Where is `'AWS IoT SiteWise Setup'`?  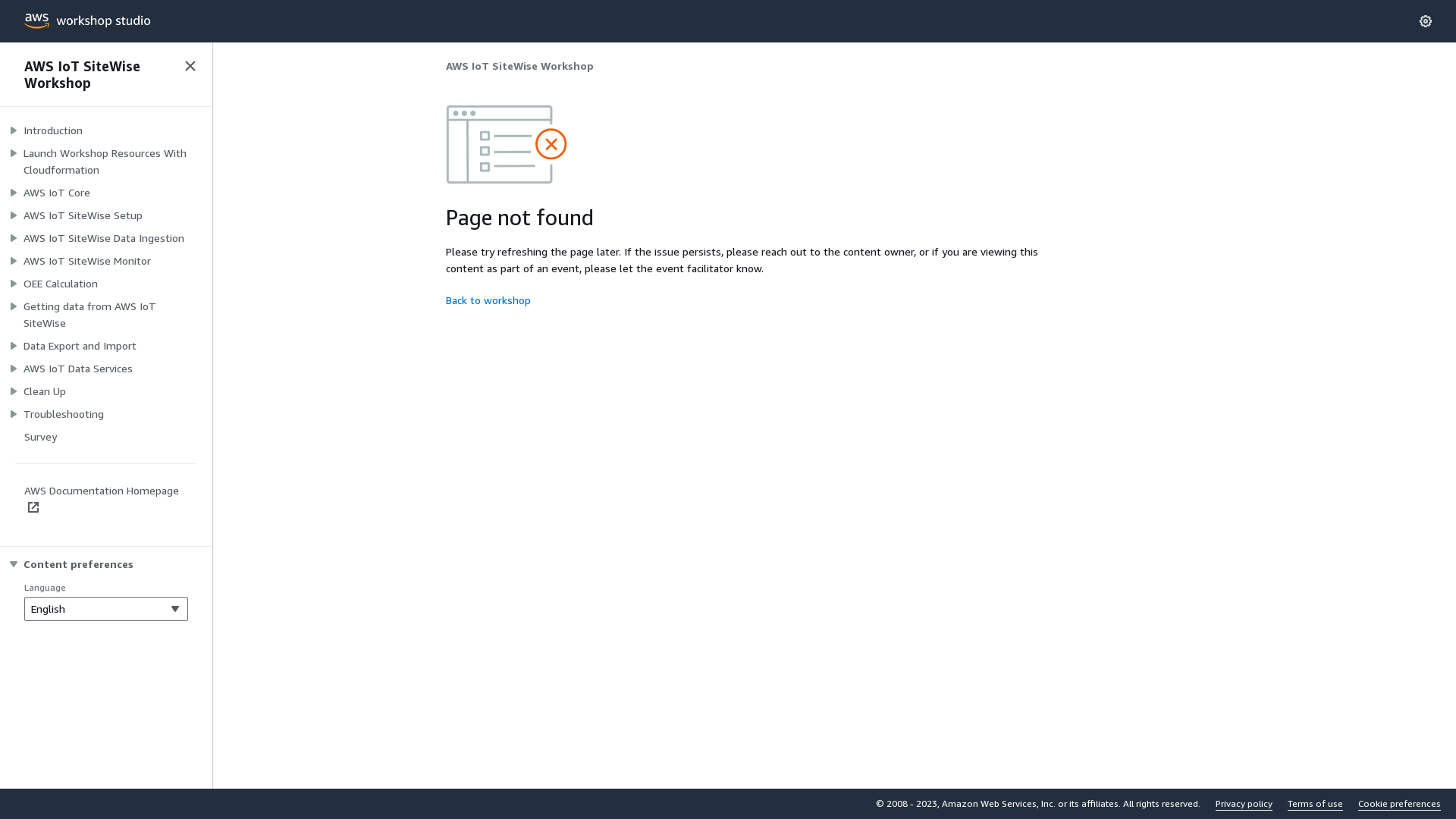
'AWS IoT SiteWise Setup' is located at coordinates (82, 215).